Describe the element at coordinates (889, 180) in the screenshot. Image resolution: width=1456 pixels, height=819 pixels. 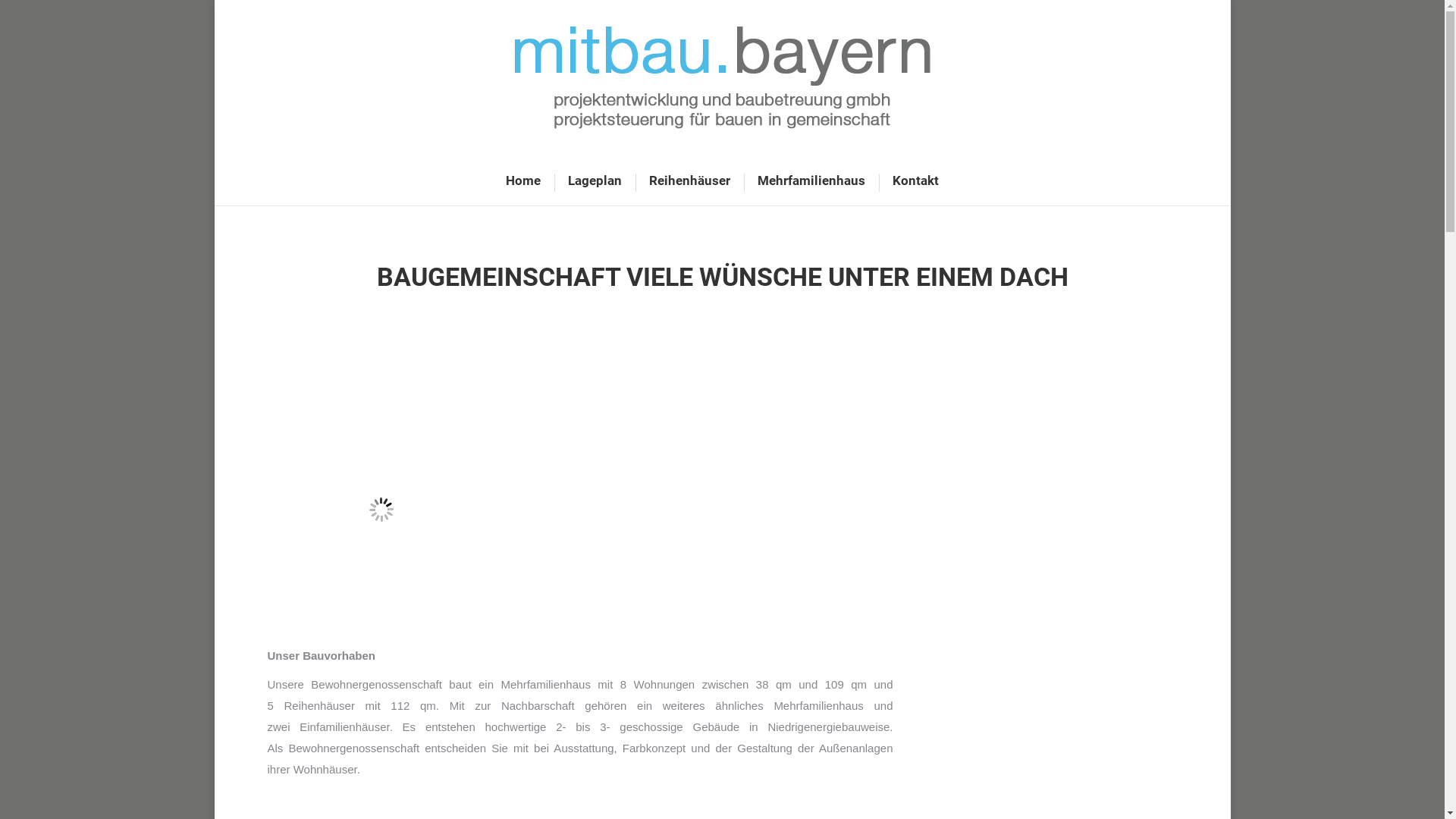
I see `'Kontakt'` at that location.